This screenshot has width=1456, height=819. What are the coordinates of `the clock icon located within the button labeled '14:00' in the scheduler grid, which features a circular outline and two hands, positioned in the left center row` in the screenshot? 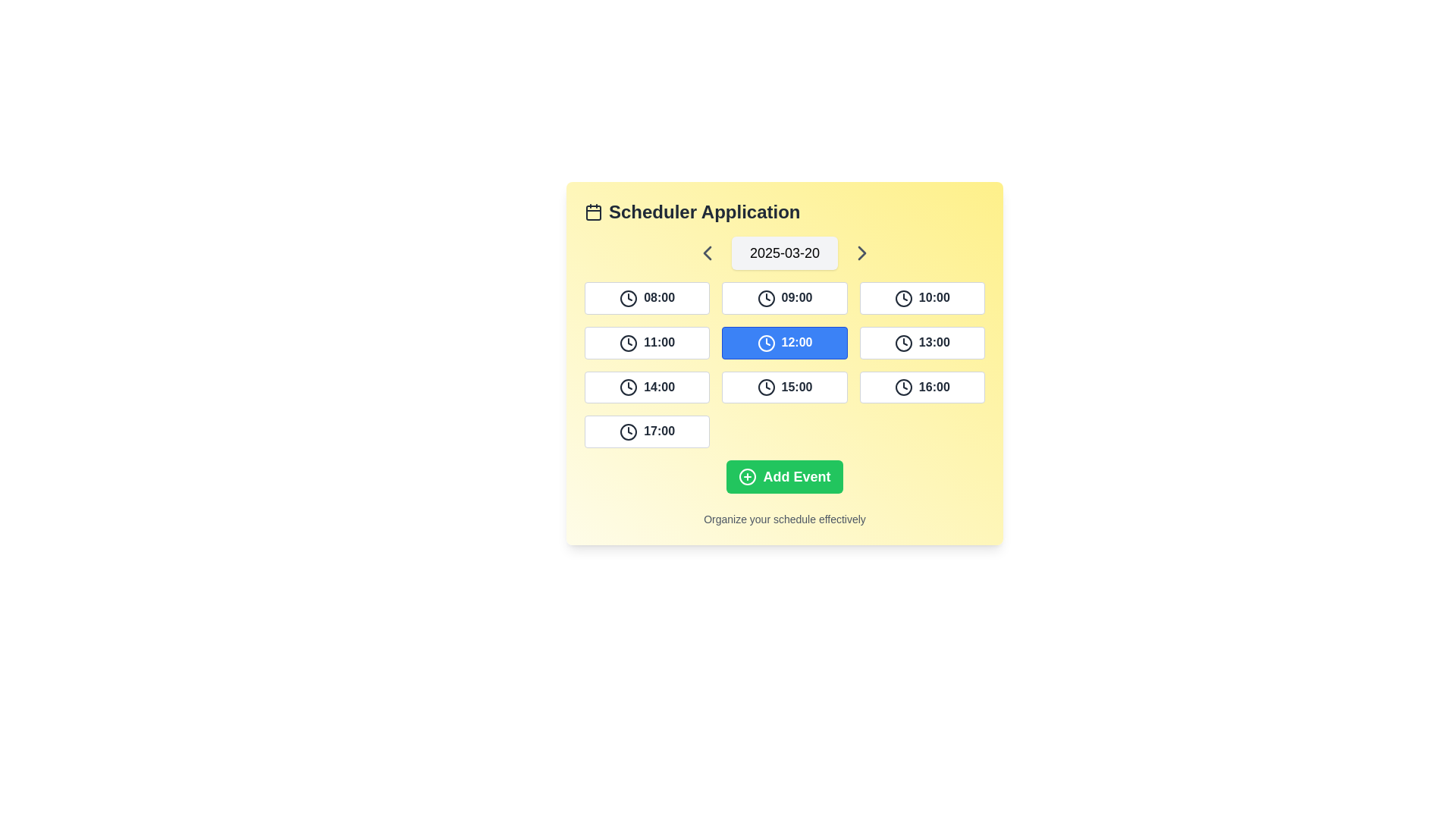 It's located at (629, 387).